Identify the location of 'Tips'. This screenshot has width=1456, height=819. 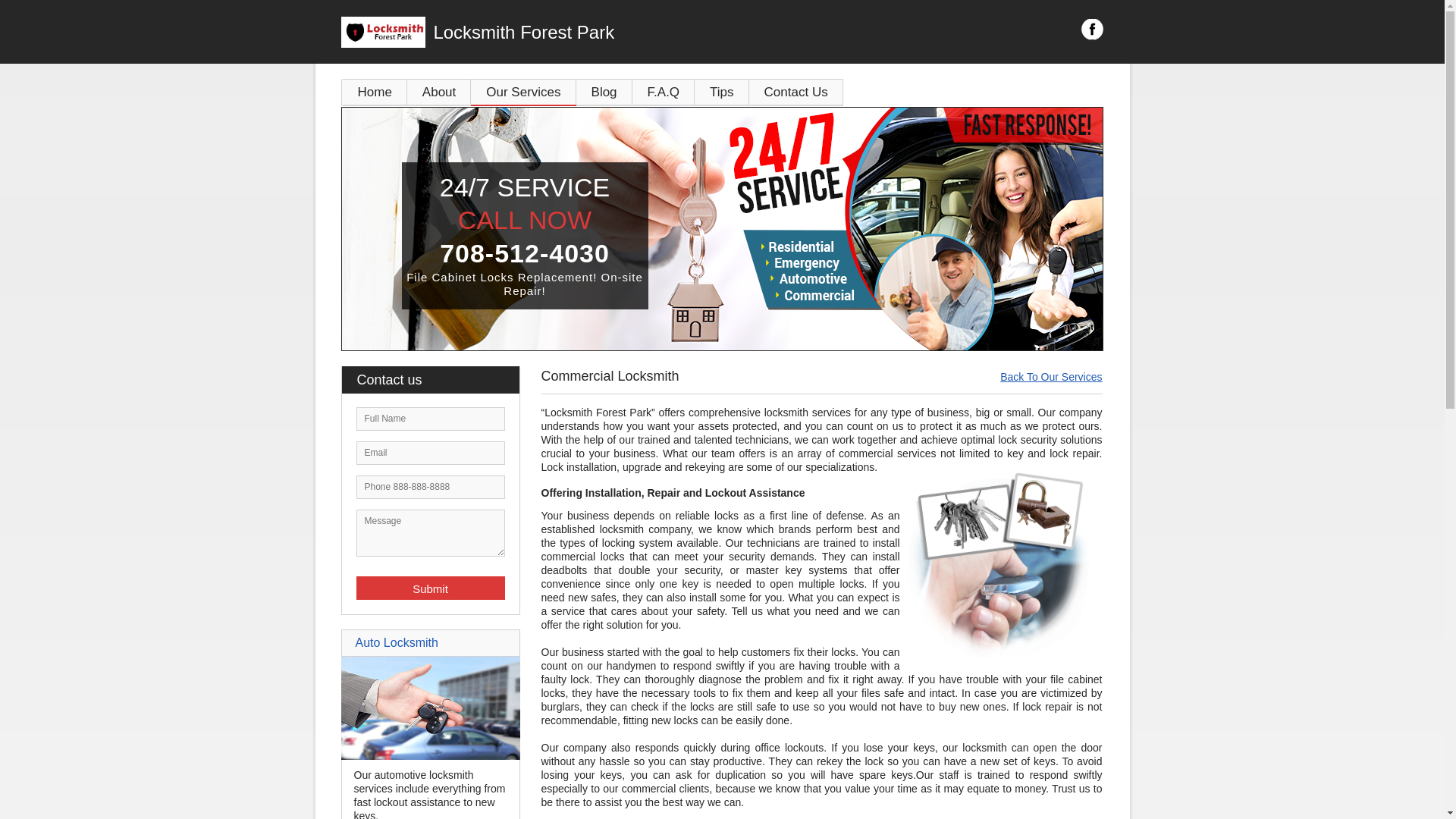
(720, 92).